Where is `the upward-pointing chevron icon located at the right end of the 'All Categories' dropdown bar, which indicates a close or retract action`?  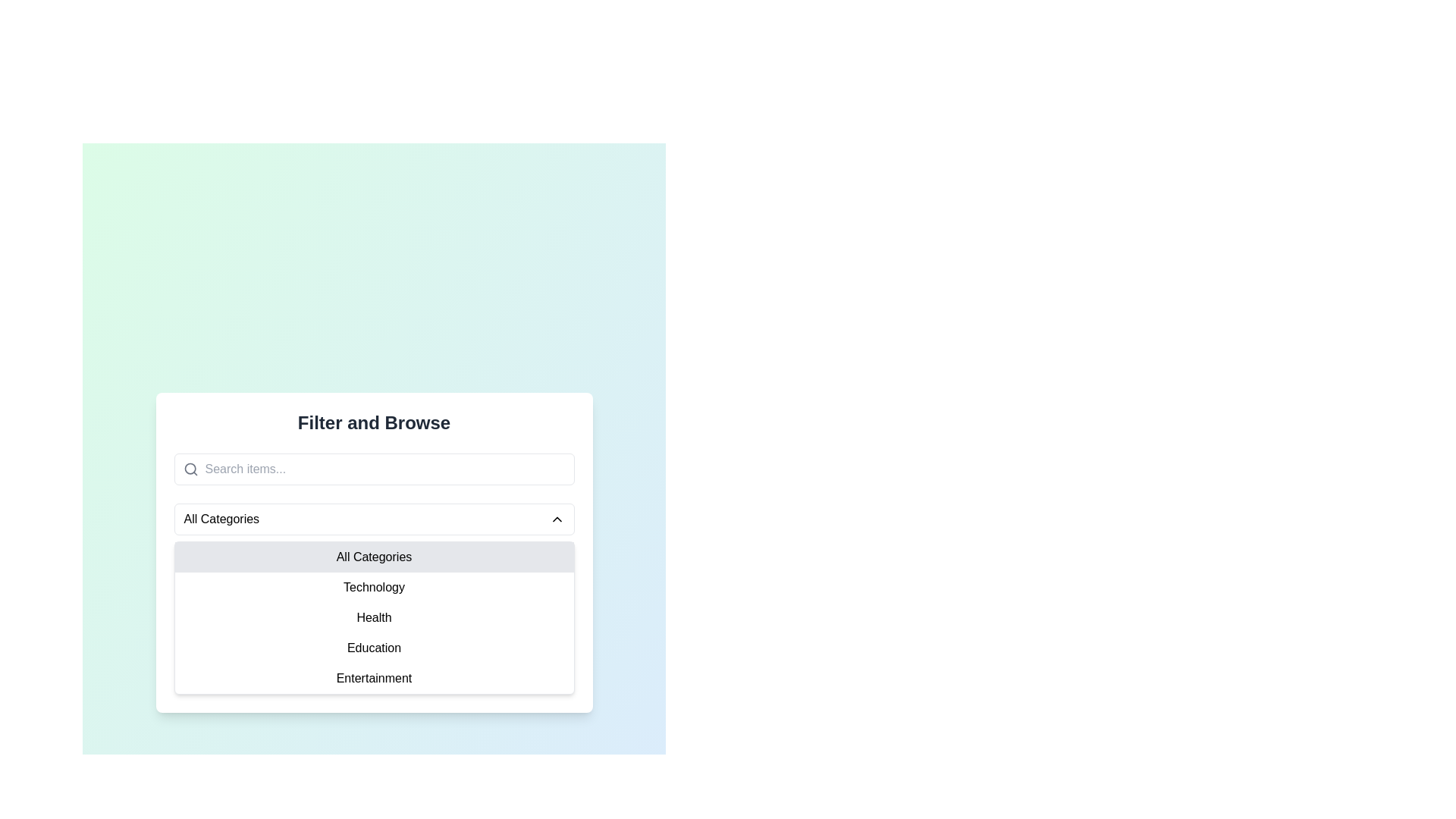 the upward-pointing chevron icon located at the right end of the 'All Categories' dropdown bar, which indicates a close or retract action is located at coordinates (556, 519).